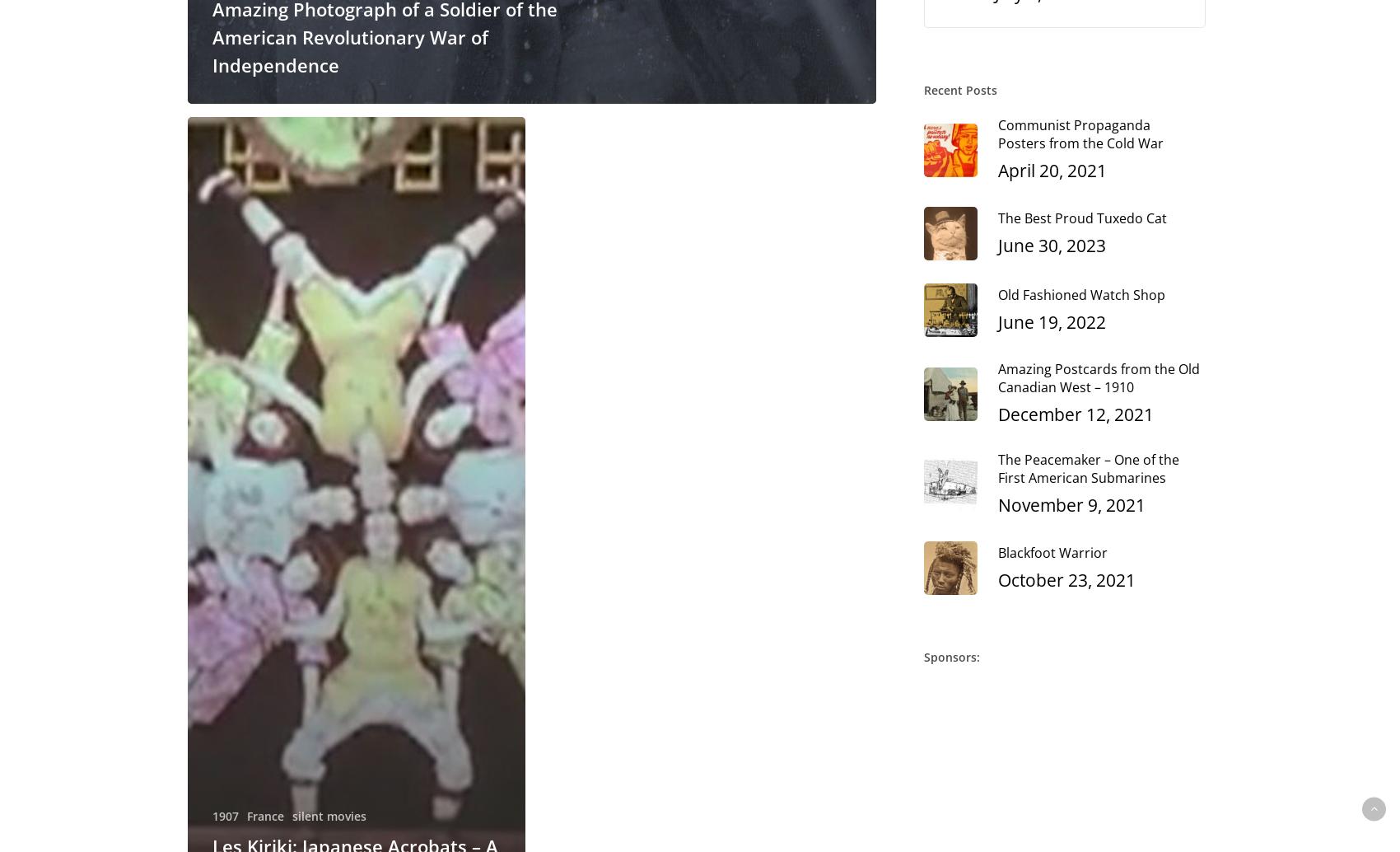 This screenshot has width=1400, height=852. I want to click on 'The Peacemaker – One of the First American Submarines', so click(1088, 469).